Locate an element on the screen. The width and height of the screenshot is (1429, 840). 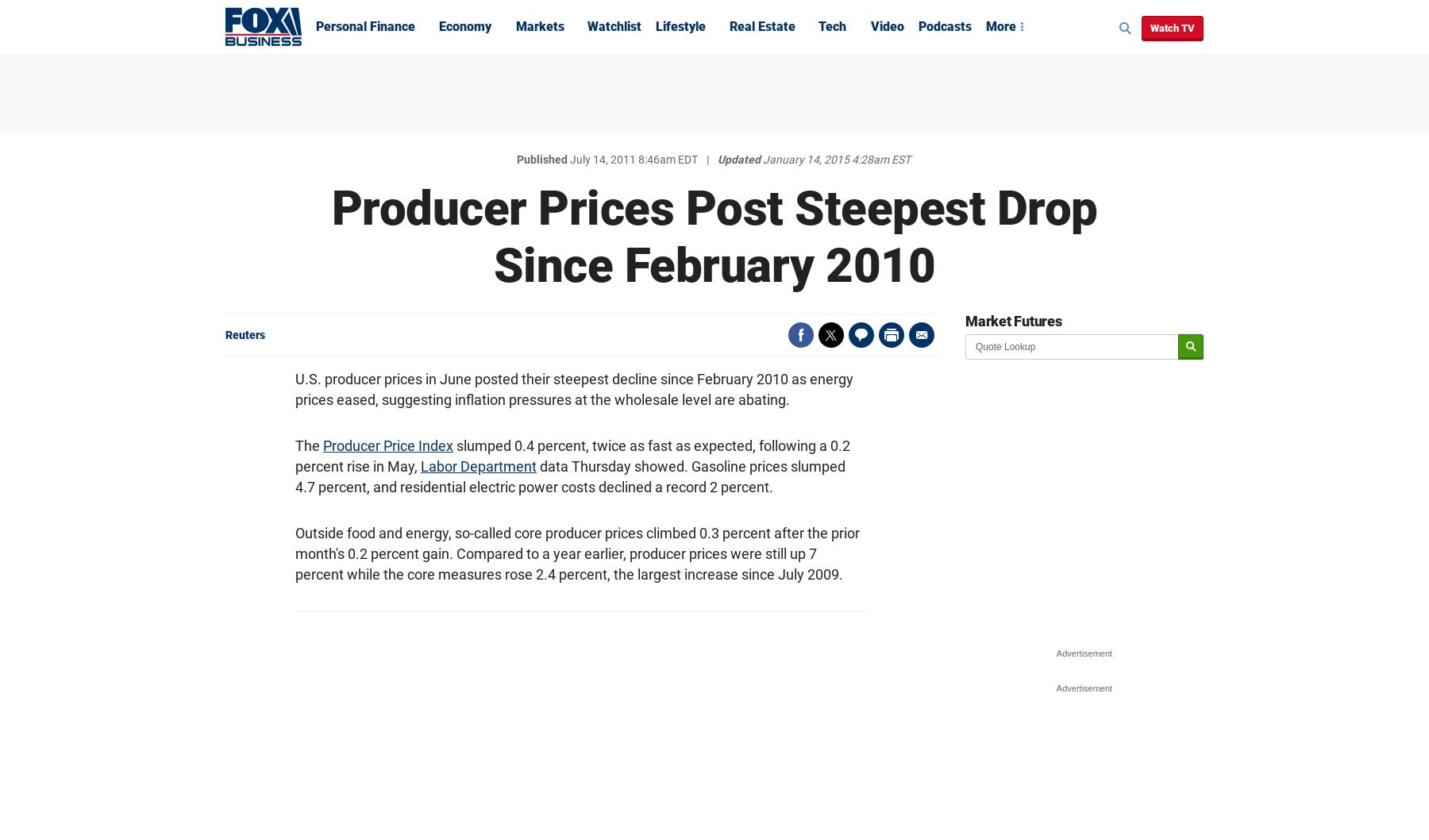
'data Thursday showed. Gasoline prices slumped 4.7 percent, and residential electric power costs declined a record 2 percent.' is located at coordinates (569, 476).